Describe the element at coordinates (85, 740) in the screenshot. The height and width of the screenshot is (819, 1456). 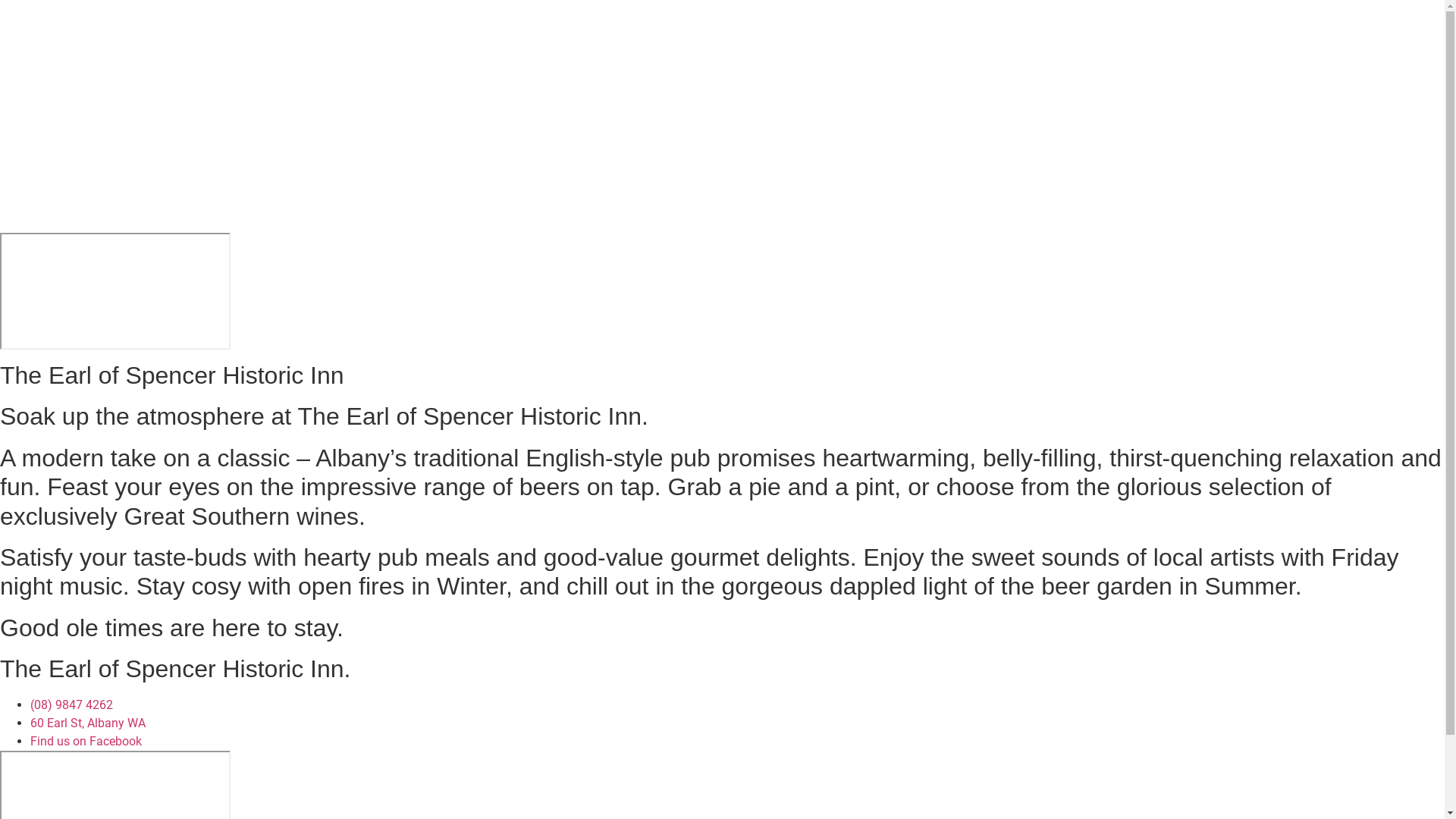
I see `'Find us on Facebook'` at that location.